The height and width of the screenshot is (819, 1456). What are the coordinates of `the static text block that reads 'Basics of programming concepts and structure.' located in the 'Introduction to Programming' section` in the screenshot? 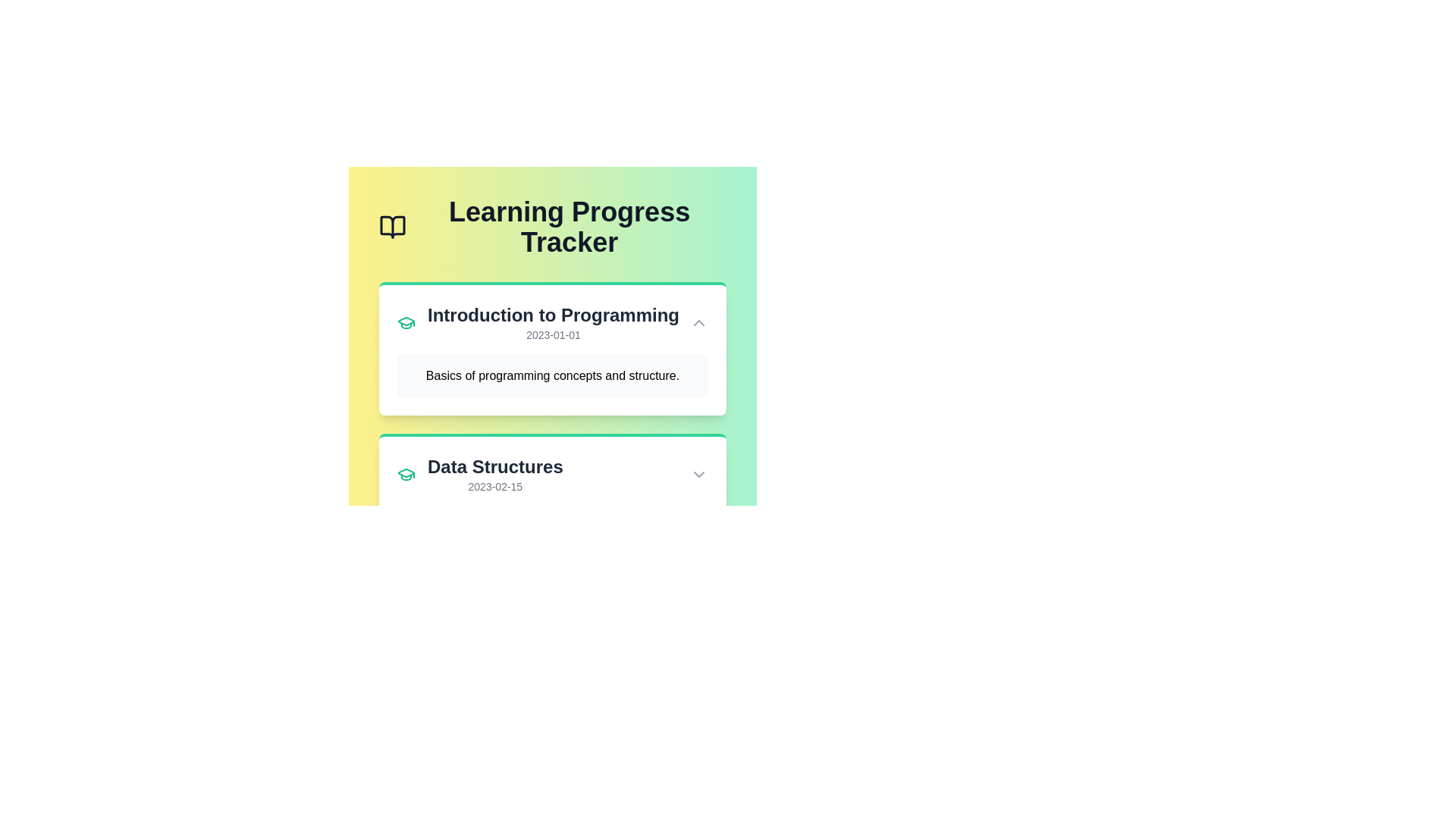 It's located at (552, 375).